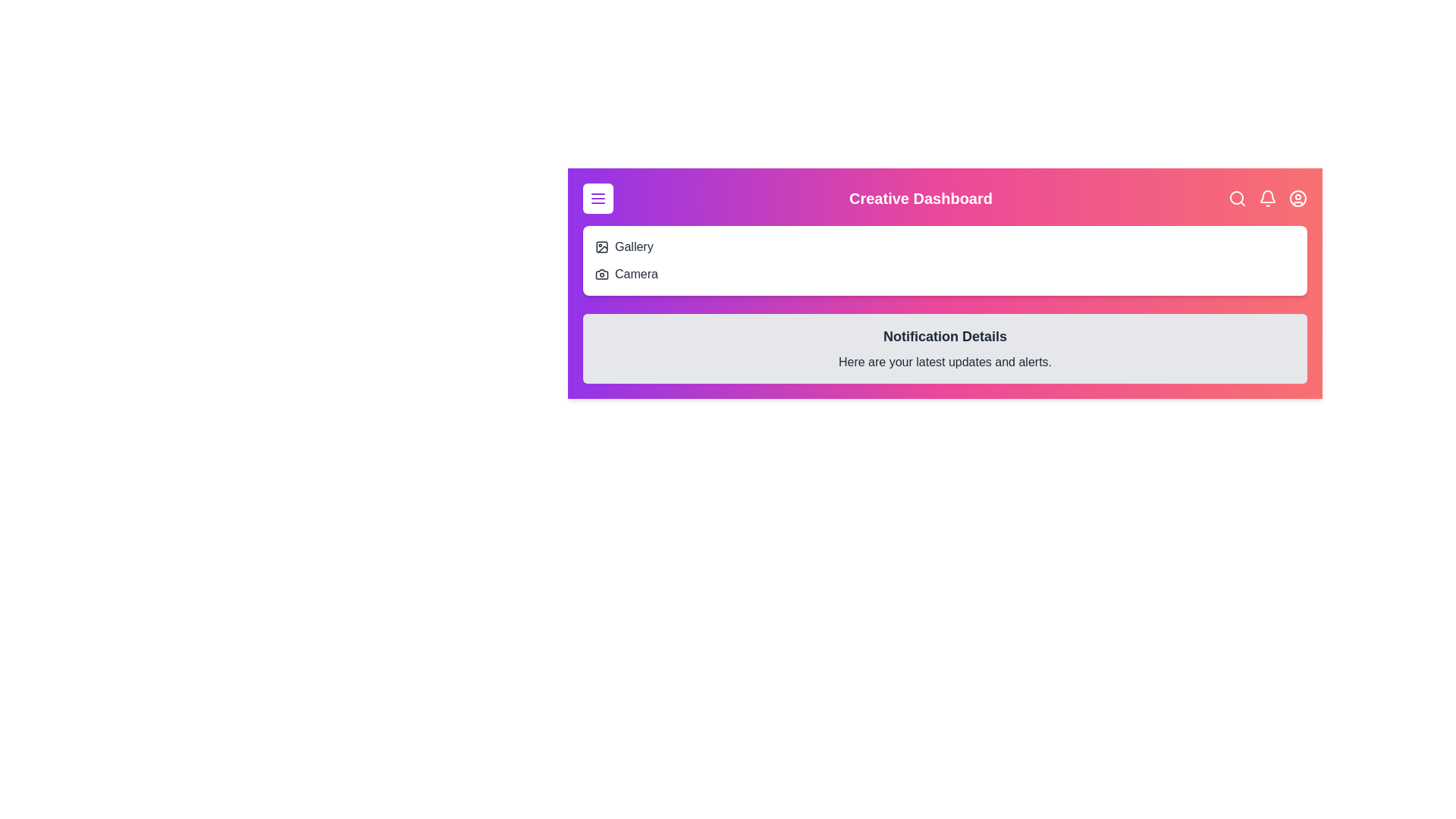 Image resolution: width=1456 pixels, height=819 pixels. Describe the element at coordinates (1238, 198) in the screenshot. I see `the search button to initiate a search action` at that location.